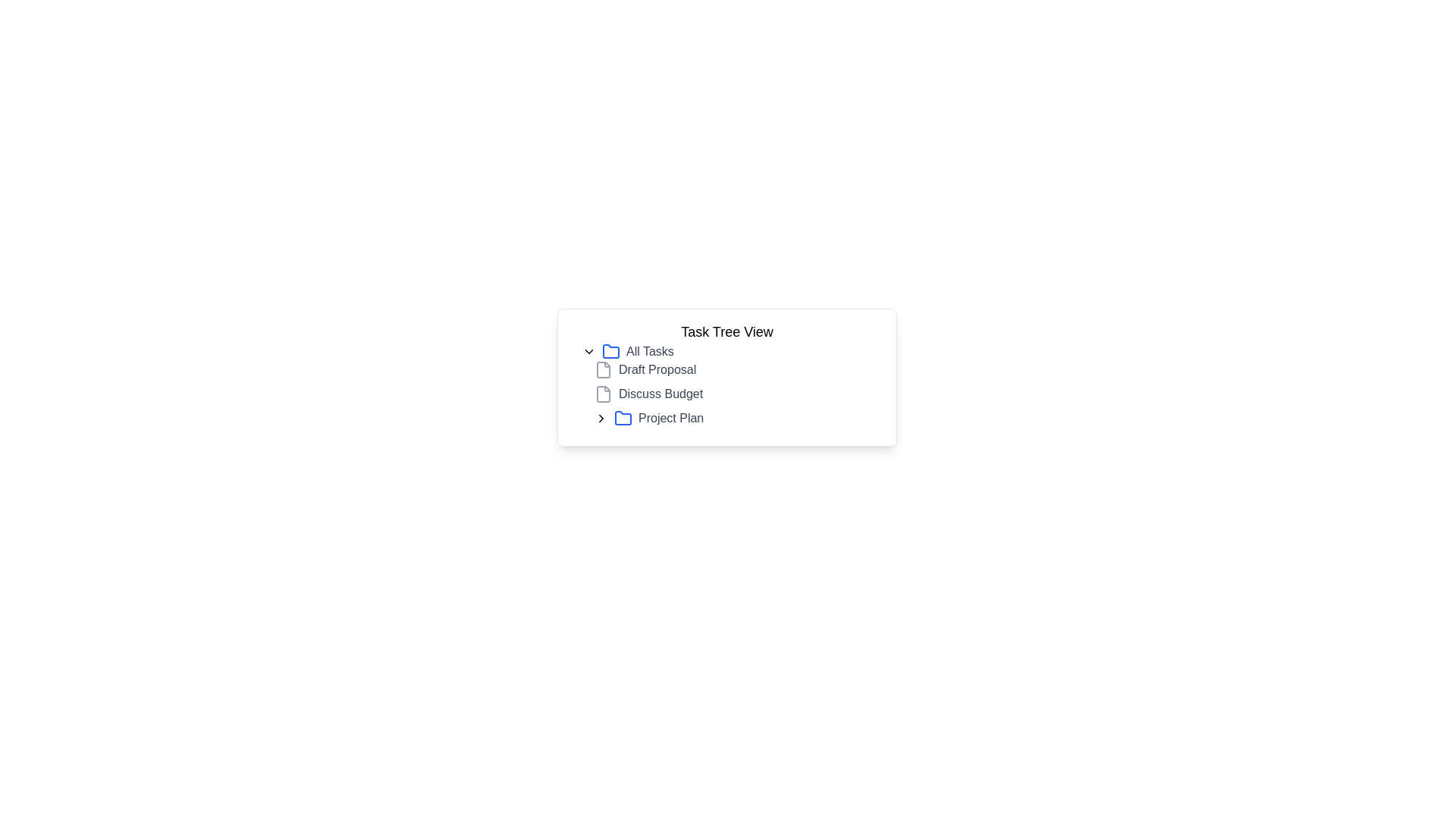  I want to click on the minimalist gray document icon positioned to the left of the 'Draft Proposal' text, so click(603, 370).